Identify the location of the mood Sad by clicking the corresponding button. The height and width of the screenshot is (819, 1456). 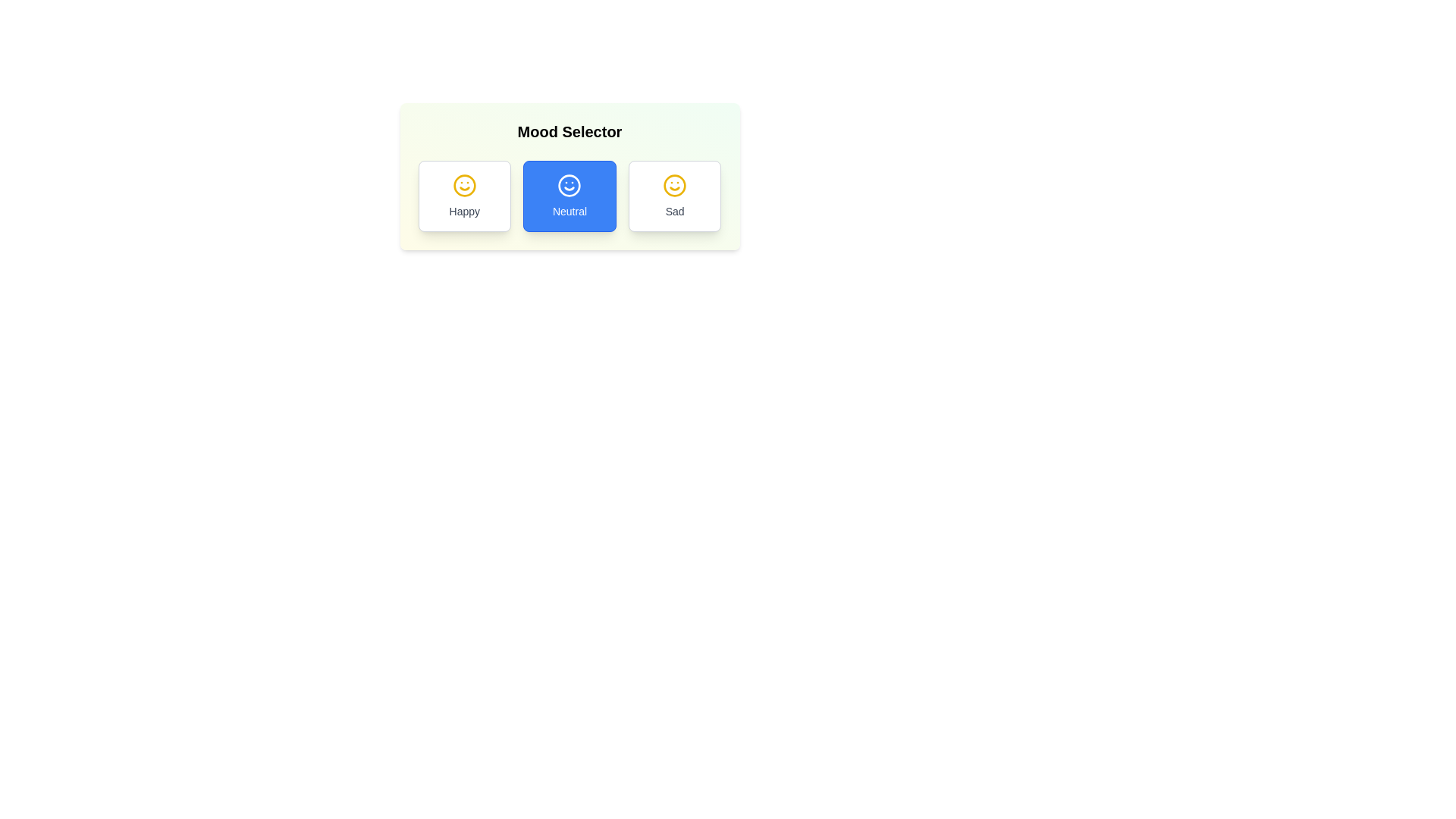
(674, 195).